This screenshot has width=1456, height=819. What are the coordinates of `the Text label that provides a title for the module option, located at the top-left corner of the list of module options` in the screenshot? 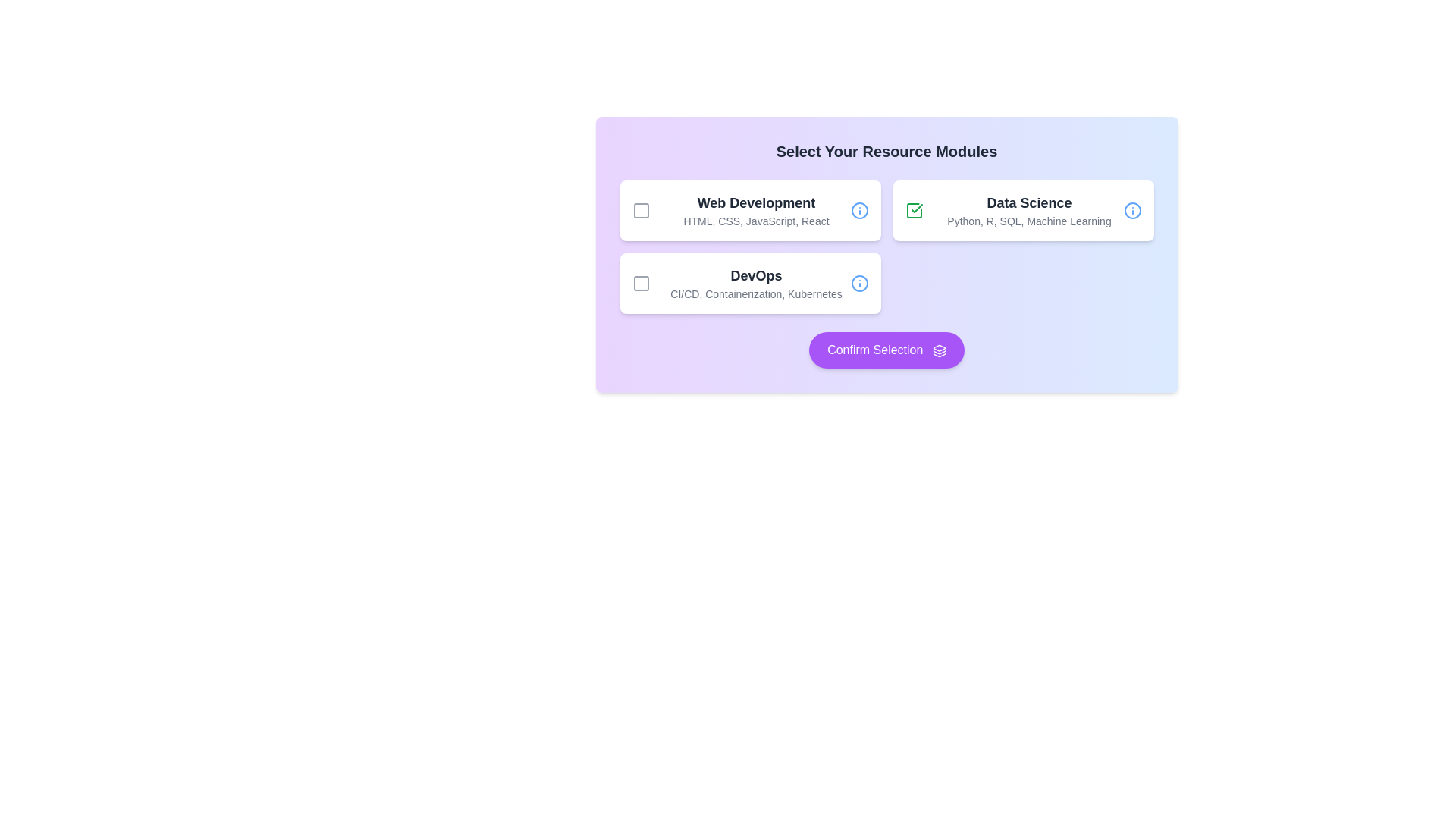 It's located at (756, 202).